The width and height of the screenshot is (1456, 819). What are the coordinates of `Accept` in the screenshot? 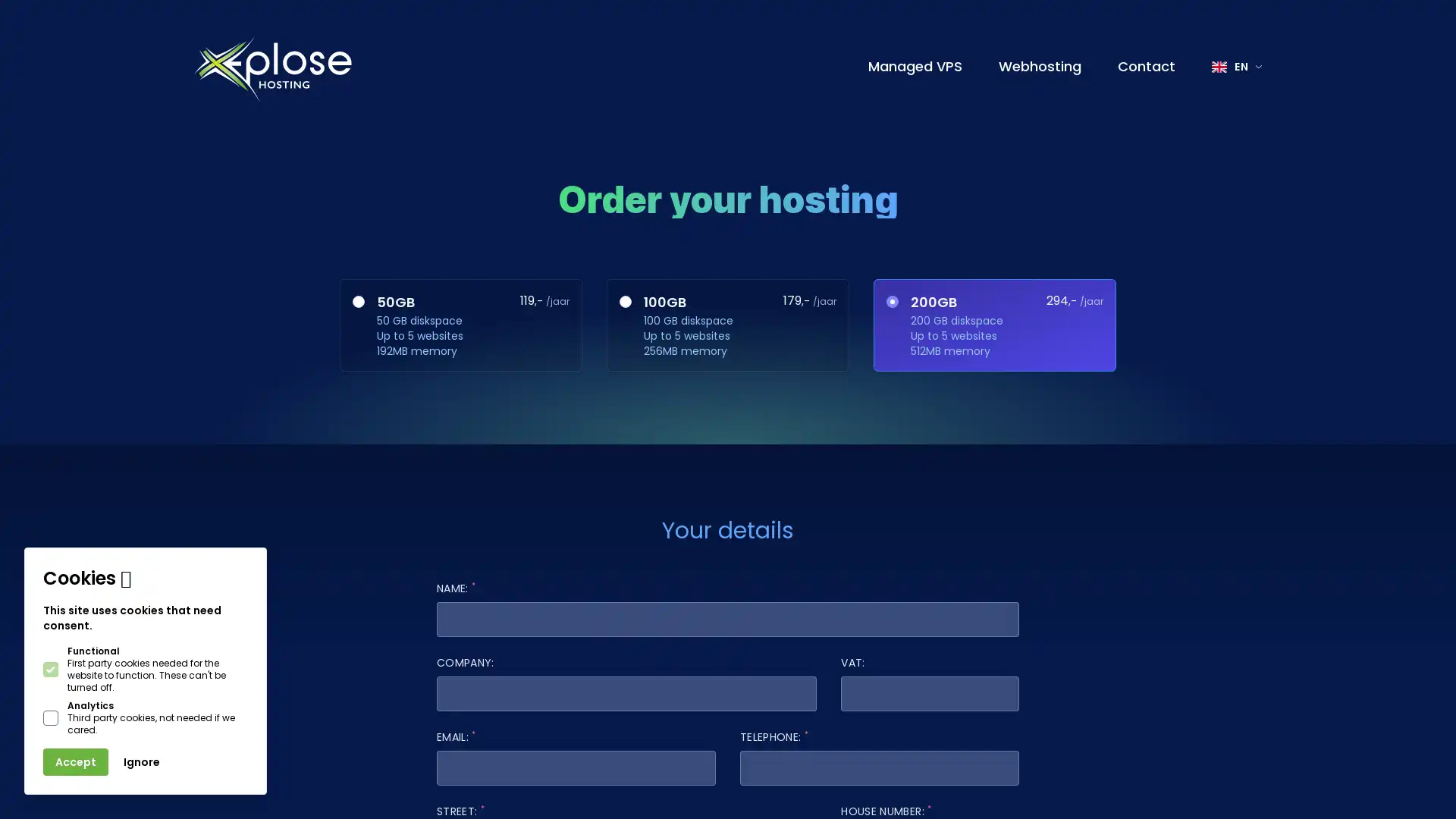 It's located at (75, 762).